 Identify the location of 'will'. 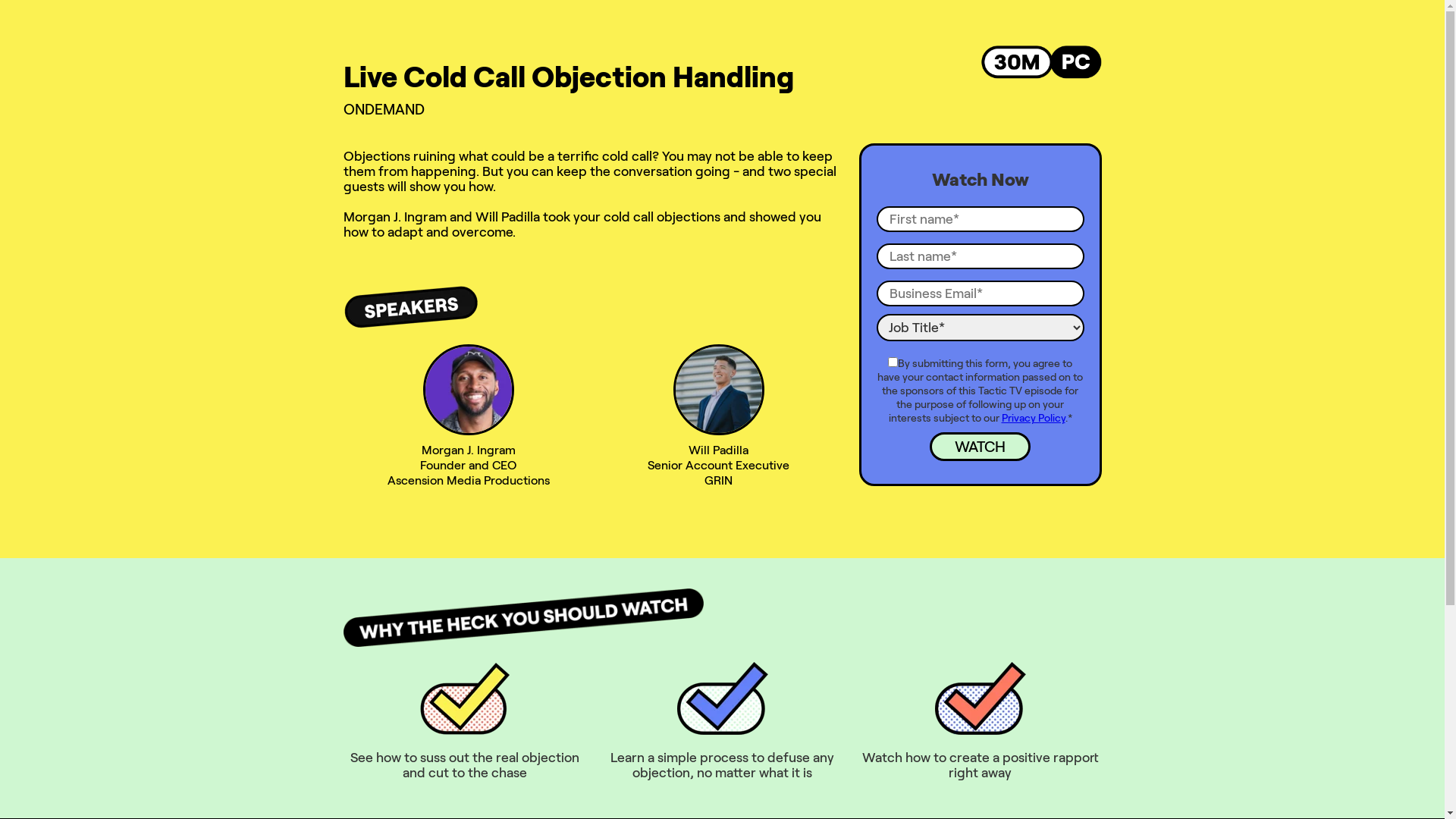
(673, 388).